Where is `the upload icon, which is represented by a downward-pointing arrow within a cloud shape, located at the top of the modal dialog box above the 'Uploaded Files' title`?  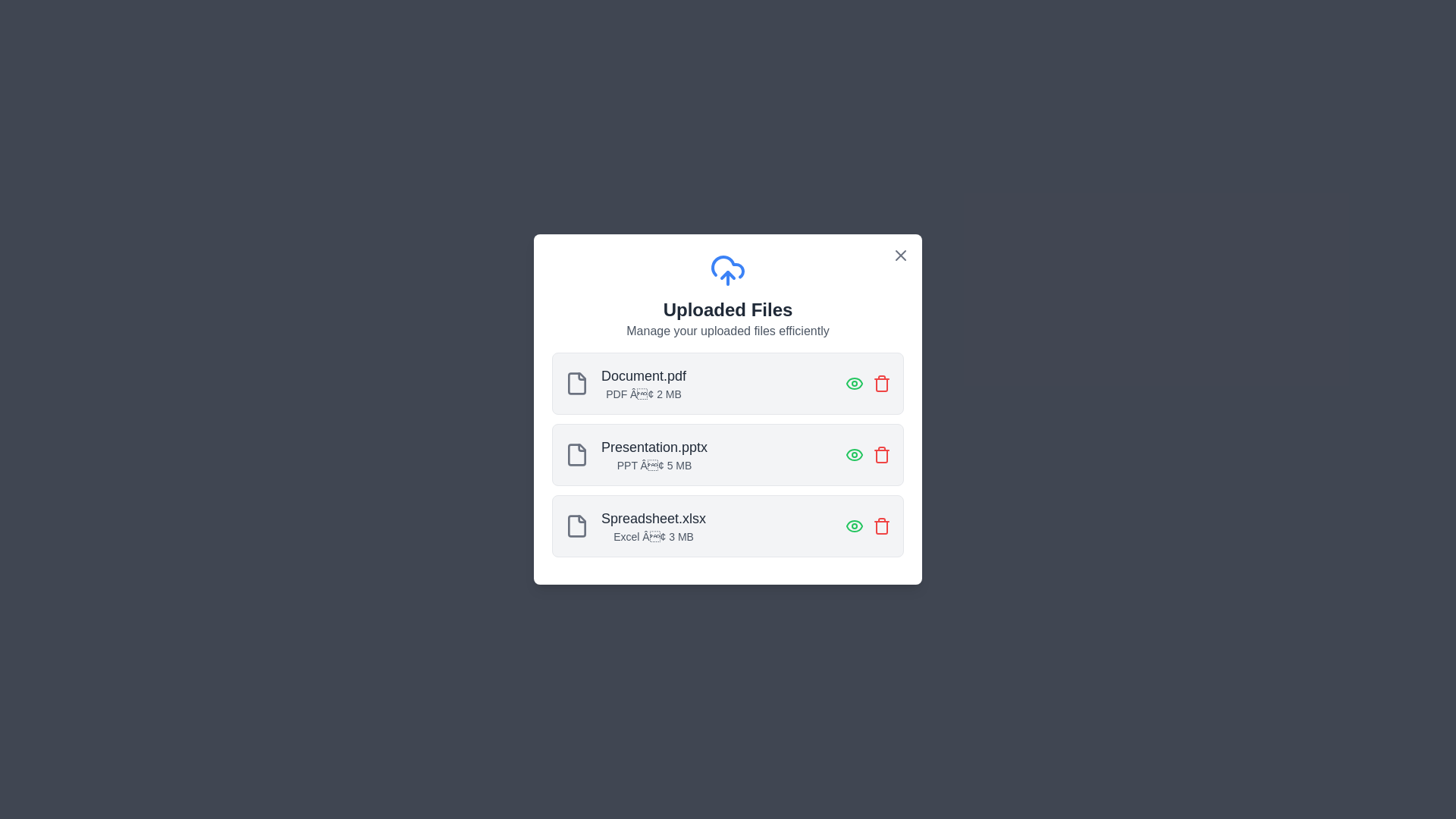
the upload icon, which is represented by a downward-pointing arrow within a cloud shape, located at the top of the modal dialog box above the 'Uploaded Files' title is located at coordinates (728, 275).